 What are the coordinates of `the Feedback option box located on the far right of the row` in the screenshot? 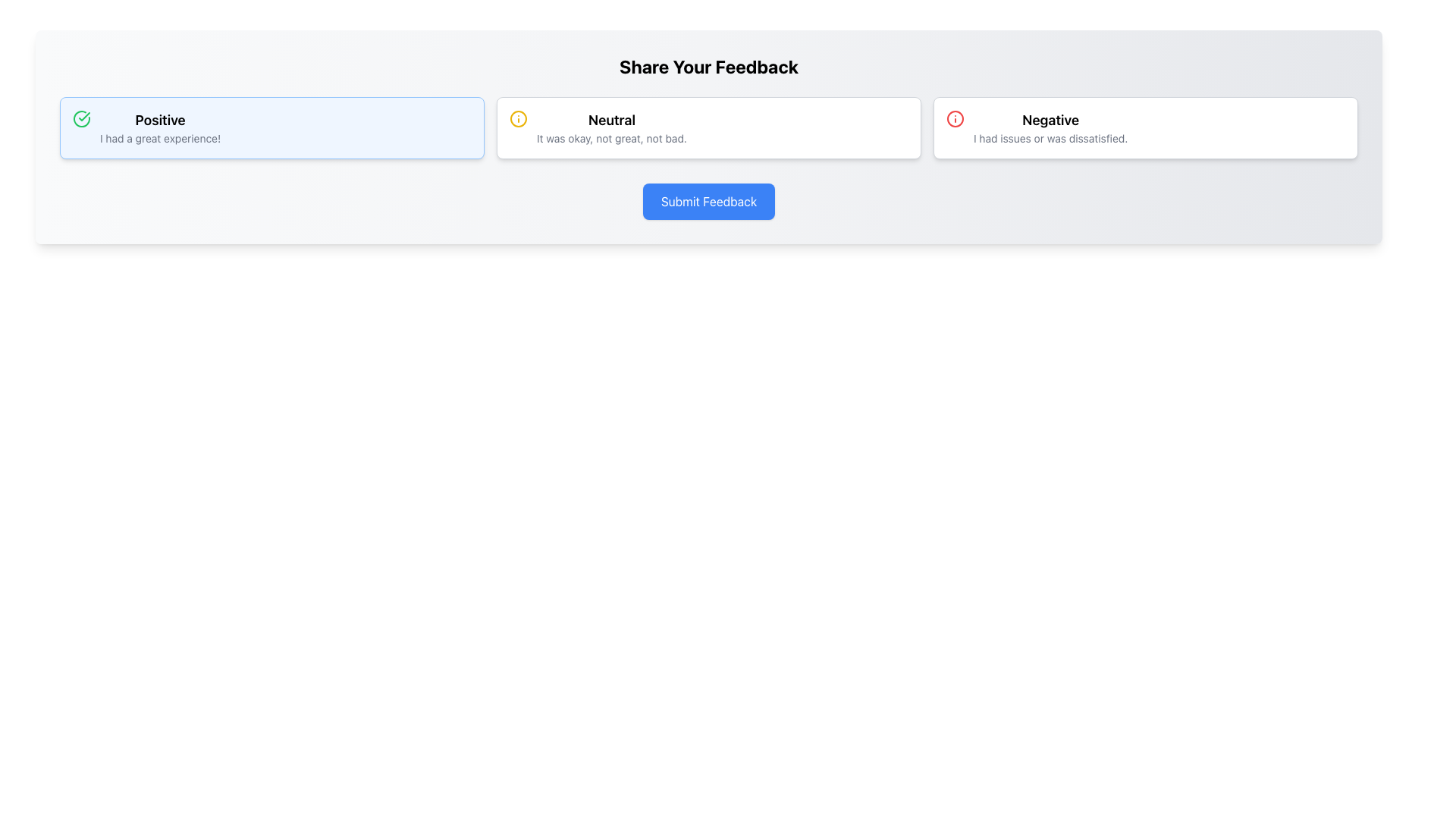 It's located at (1146, 127).